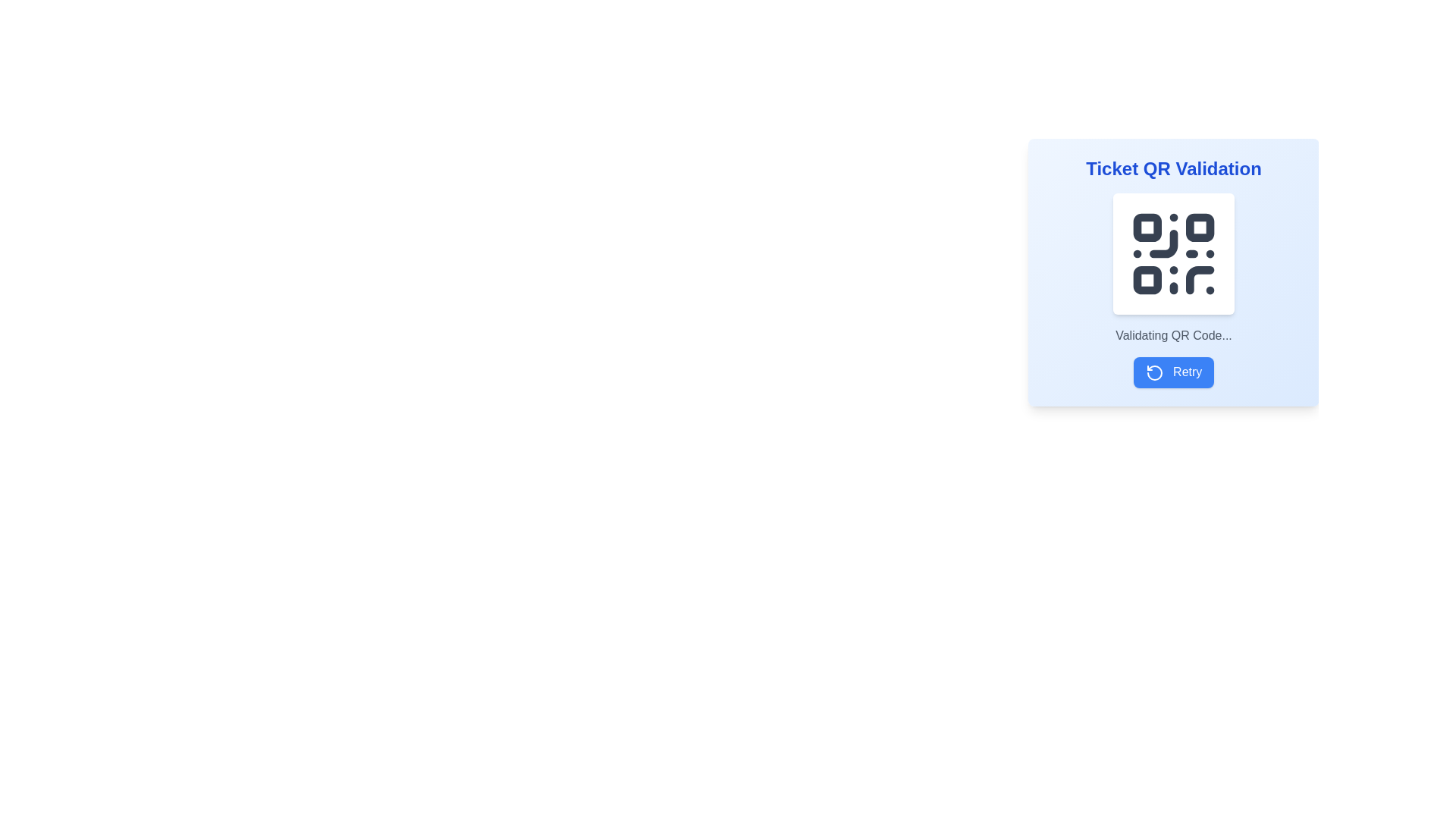 The height and width of the screenshot is (819, 1456). I want to click on the QR code element, which is a graphics representation (SVG) used for validation, located above the text 'Validating QR Code...' and the 'Retry' button, so click(1173, 253).